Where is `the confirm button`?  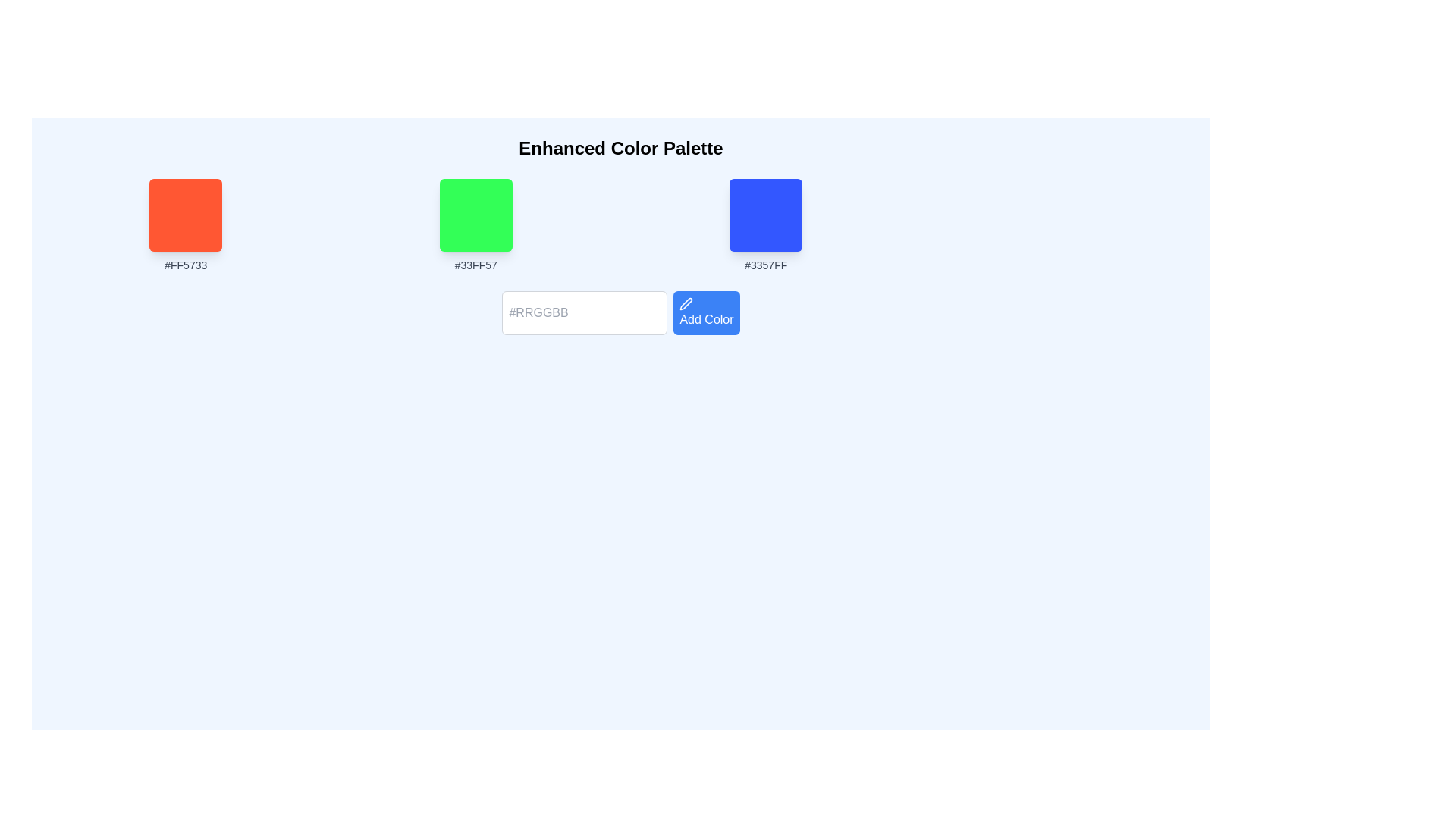
the confirm button is located at coordinates (705, 312).